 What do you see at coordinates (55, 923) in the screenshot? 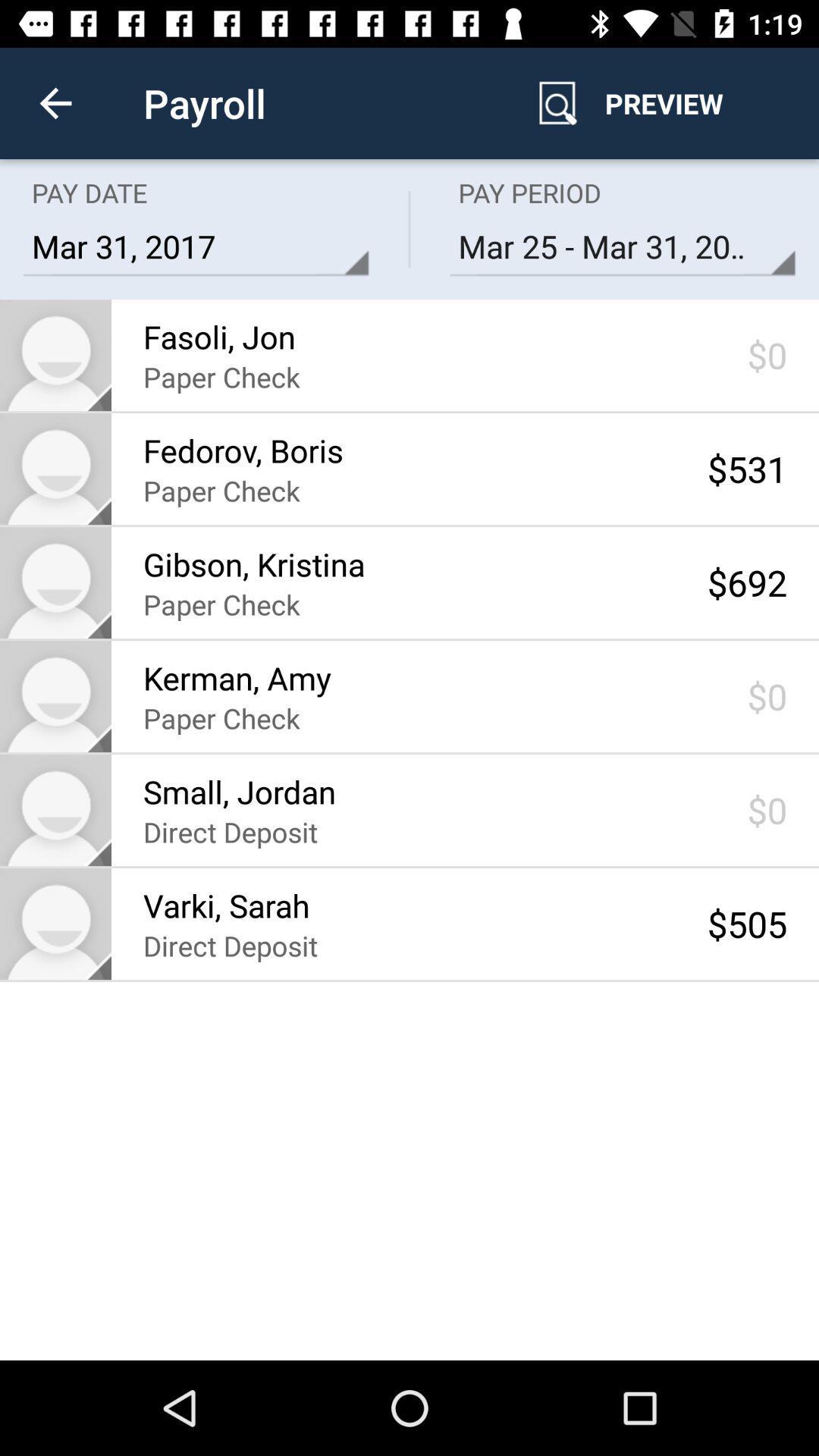
I see `the user` at bounding box center [55, 923].